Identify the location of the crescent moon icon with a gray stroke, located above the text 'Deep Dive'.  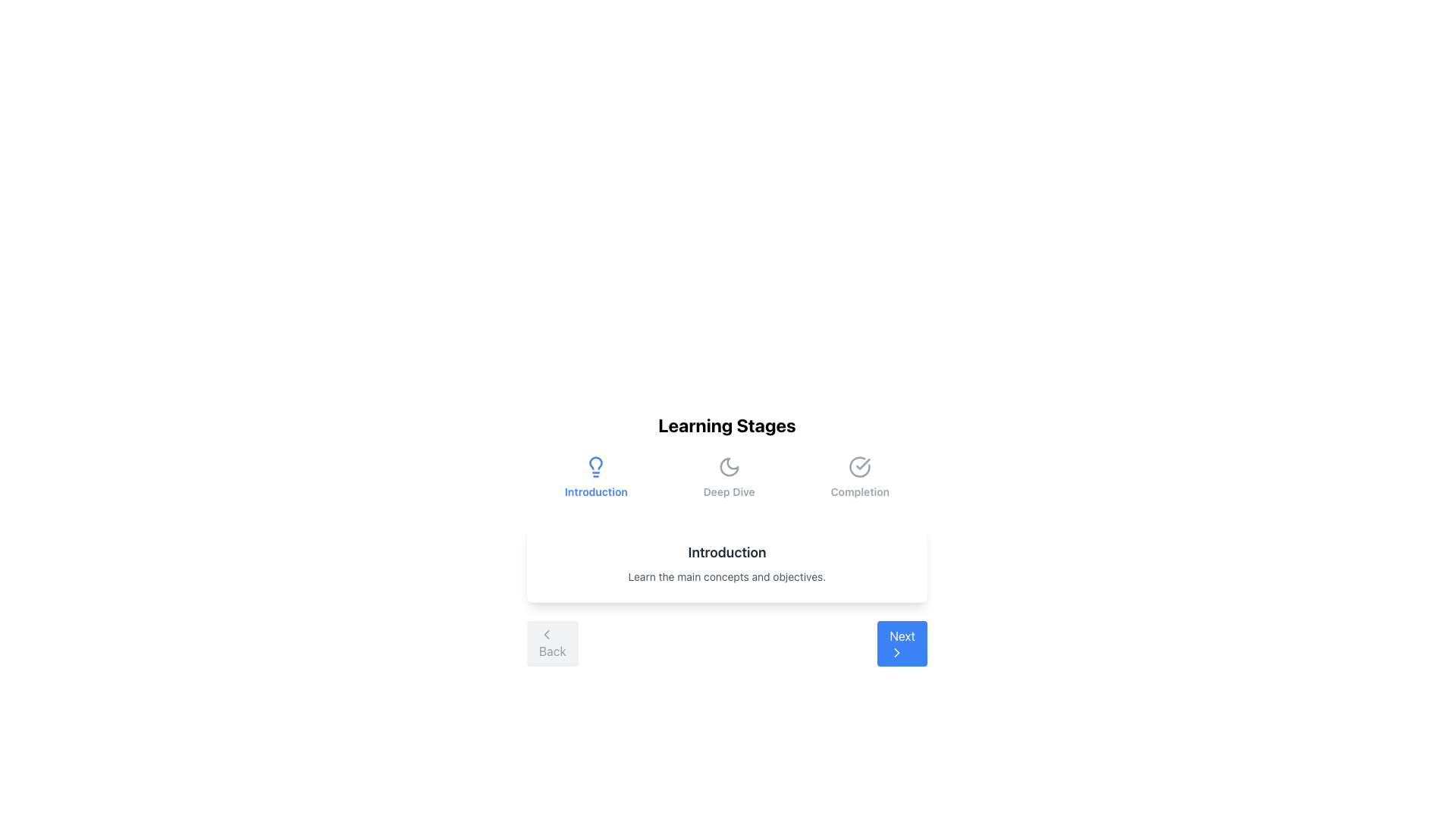
(729, 466).